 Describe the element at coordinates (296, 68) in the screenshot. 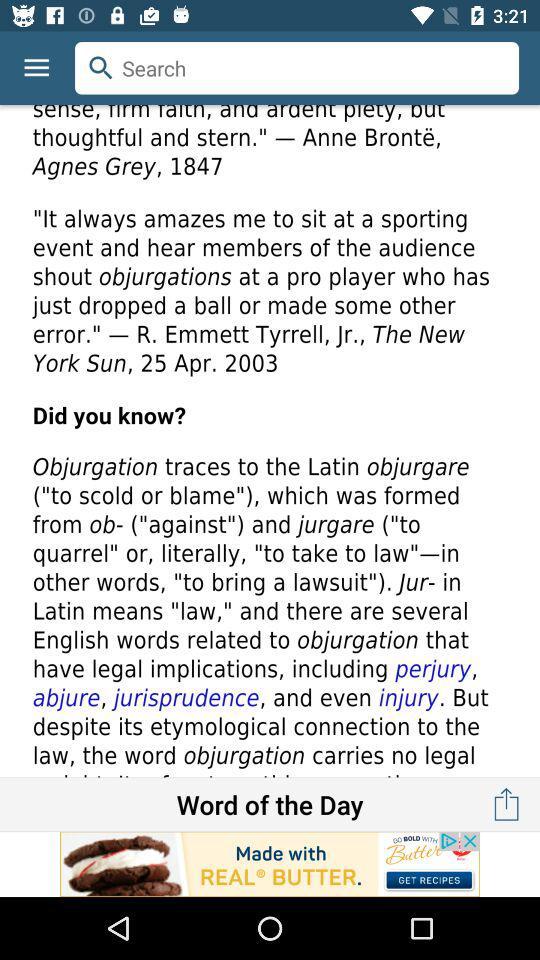

I see `search button` at that location.